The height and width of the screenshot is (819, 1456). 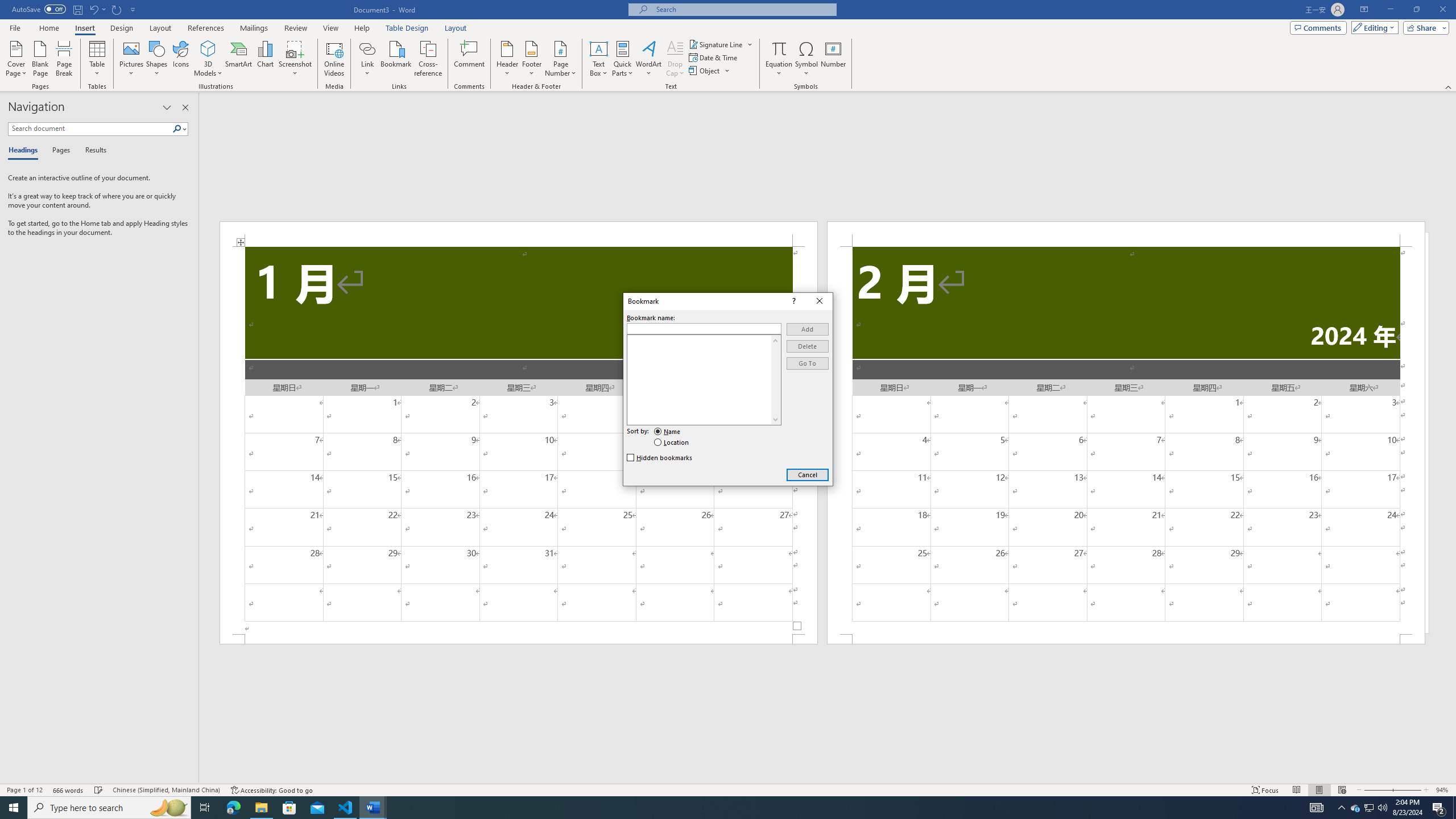 I want to click on 'Footer -Section 2-', so click(x=1126, y=638).